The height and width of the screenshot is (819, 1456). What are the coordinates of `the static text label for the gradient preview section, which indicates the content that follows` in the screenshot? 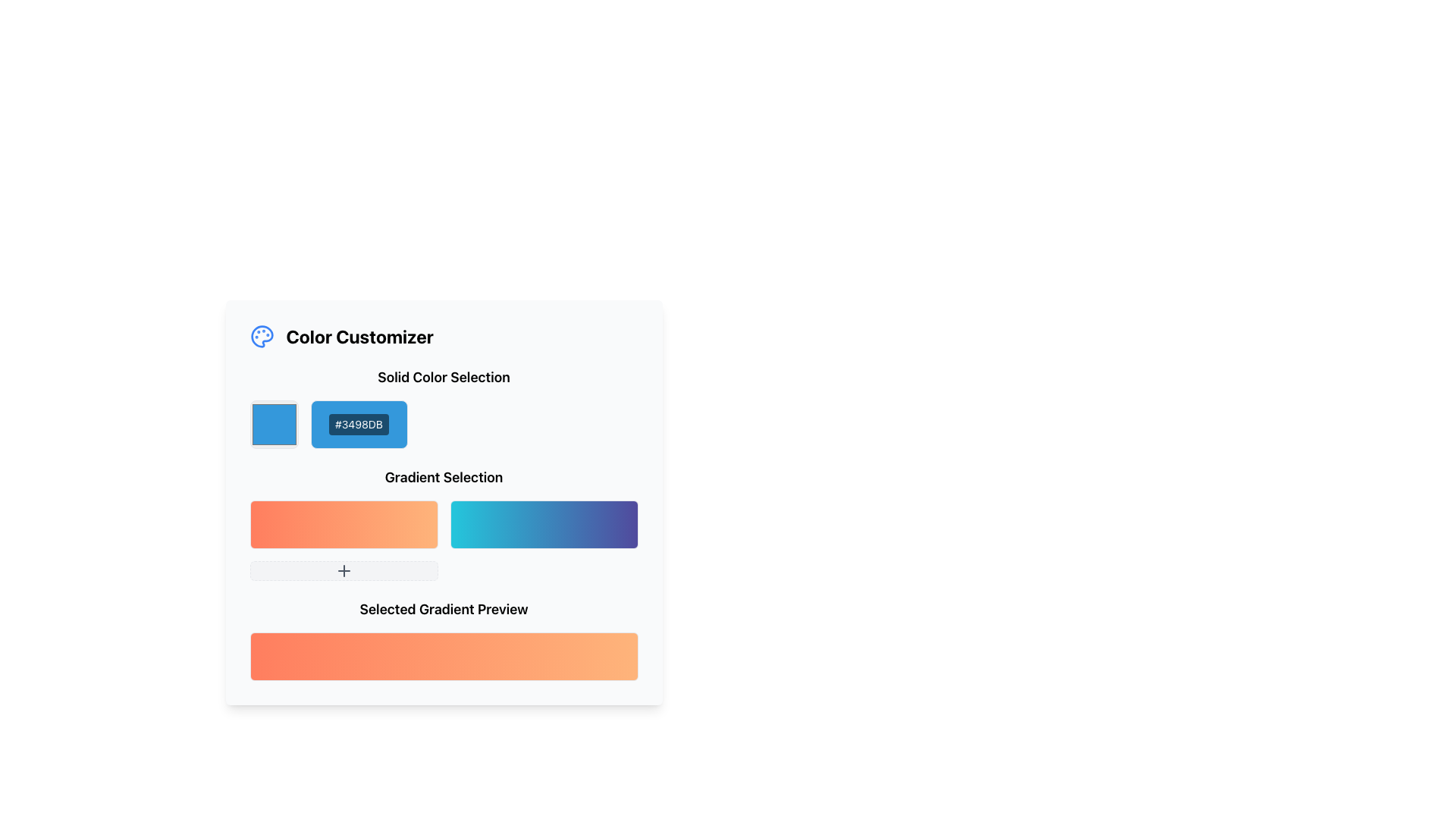 It's located at (443, 608).